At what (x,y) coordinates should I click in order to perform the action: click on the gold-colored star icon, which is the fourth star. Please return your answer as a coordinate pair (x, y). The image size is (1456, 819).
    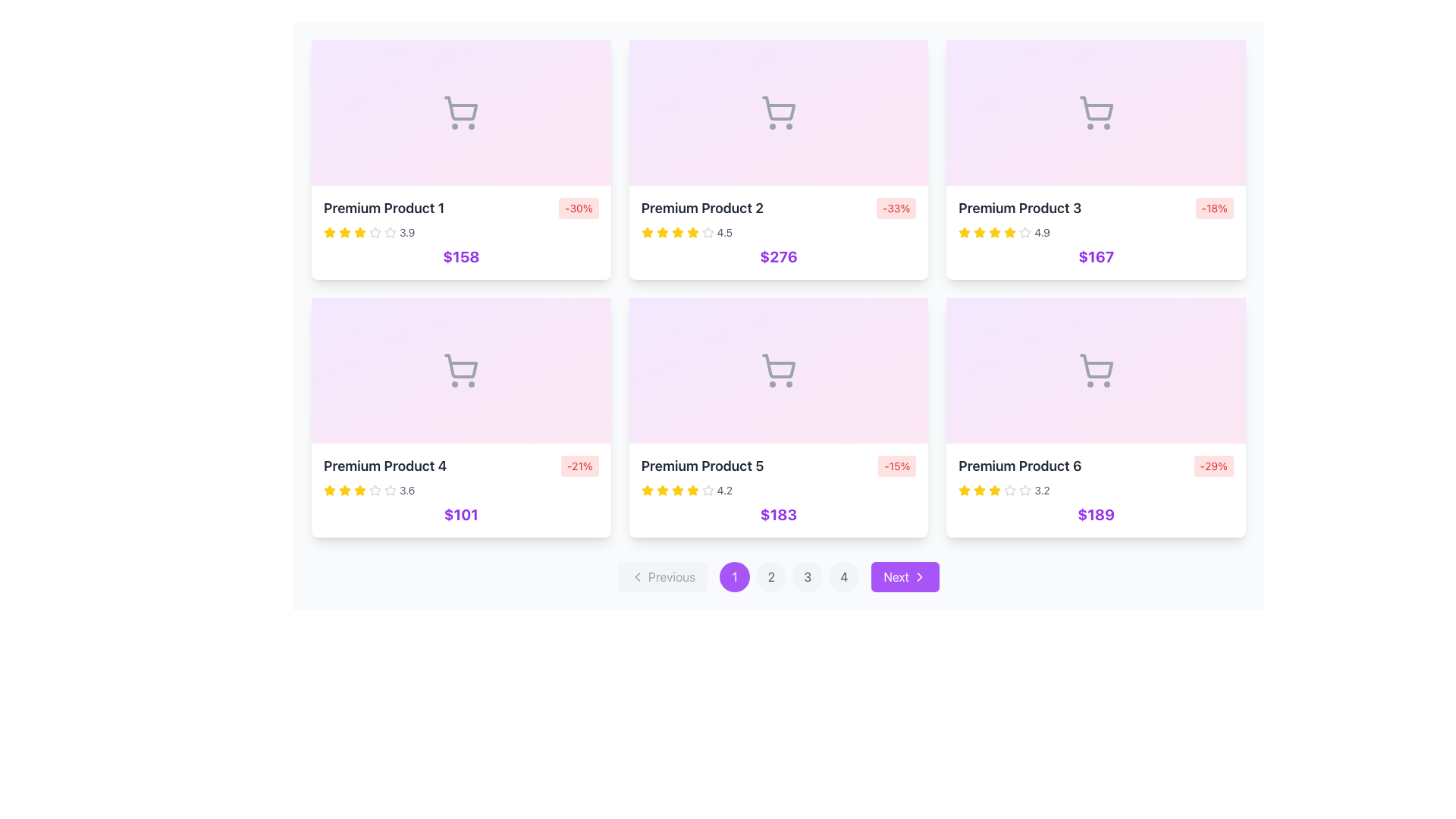
    Looking at the image, I should click on (359, 233).